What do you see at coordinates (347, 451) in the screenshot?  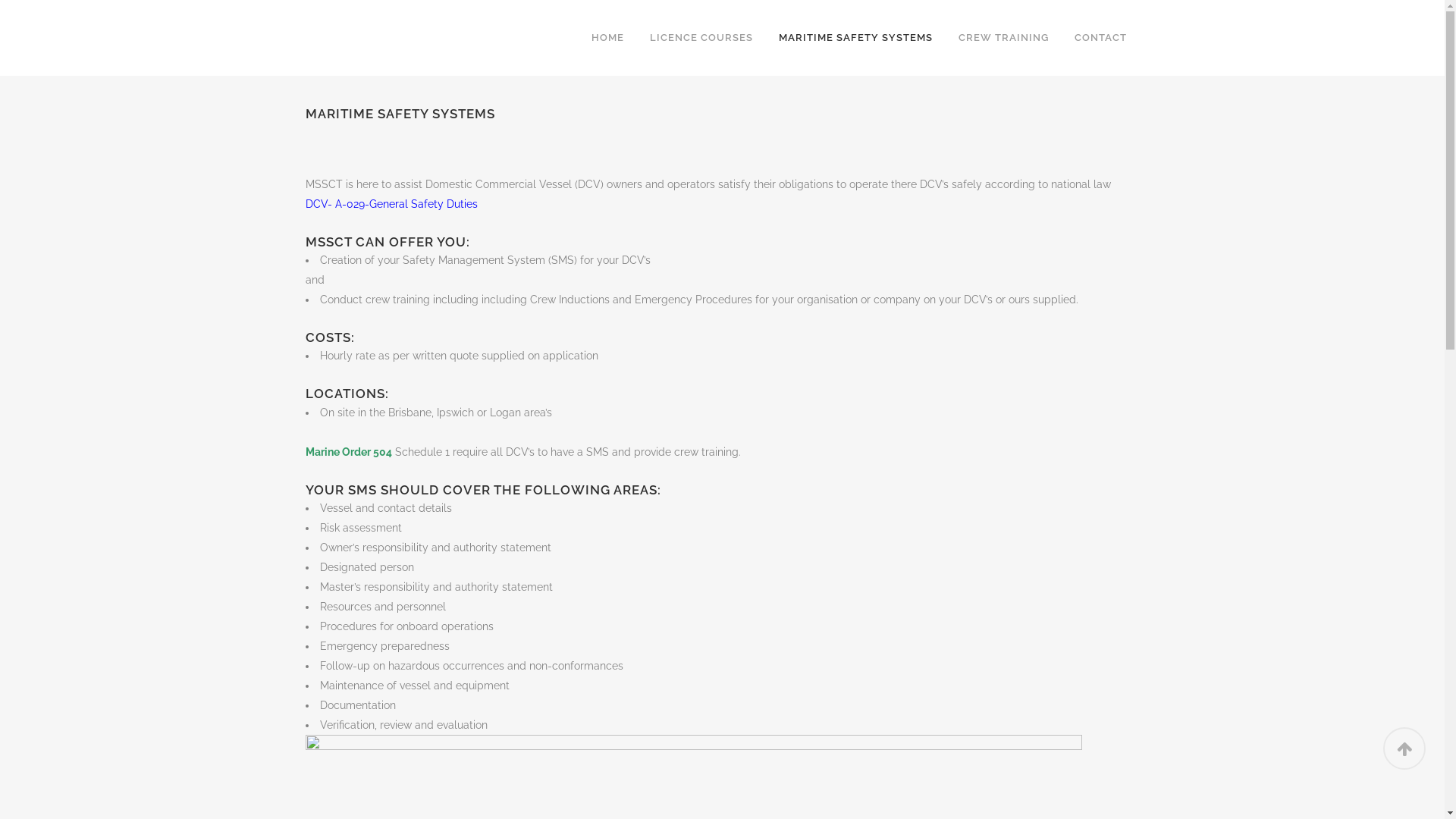 I see `'Marine Order 504'` at bounding box center [347, 451].